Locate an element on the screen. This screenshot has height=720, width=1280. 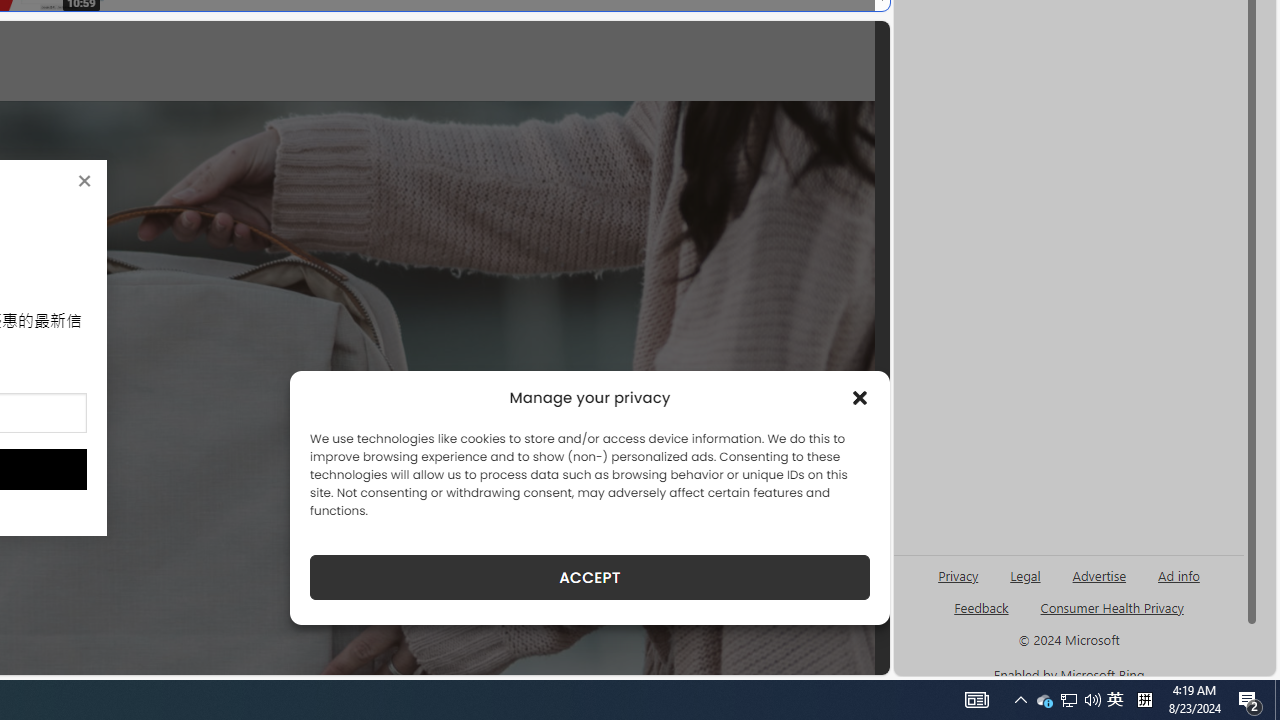
'Action Center, 2 new notifications' is located at coordinates (1250, 698).